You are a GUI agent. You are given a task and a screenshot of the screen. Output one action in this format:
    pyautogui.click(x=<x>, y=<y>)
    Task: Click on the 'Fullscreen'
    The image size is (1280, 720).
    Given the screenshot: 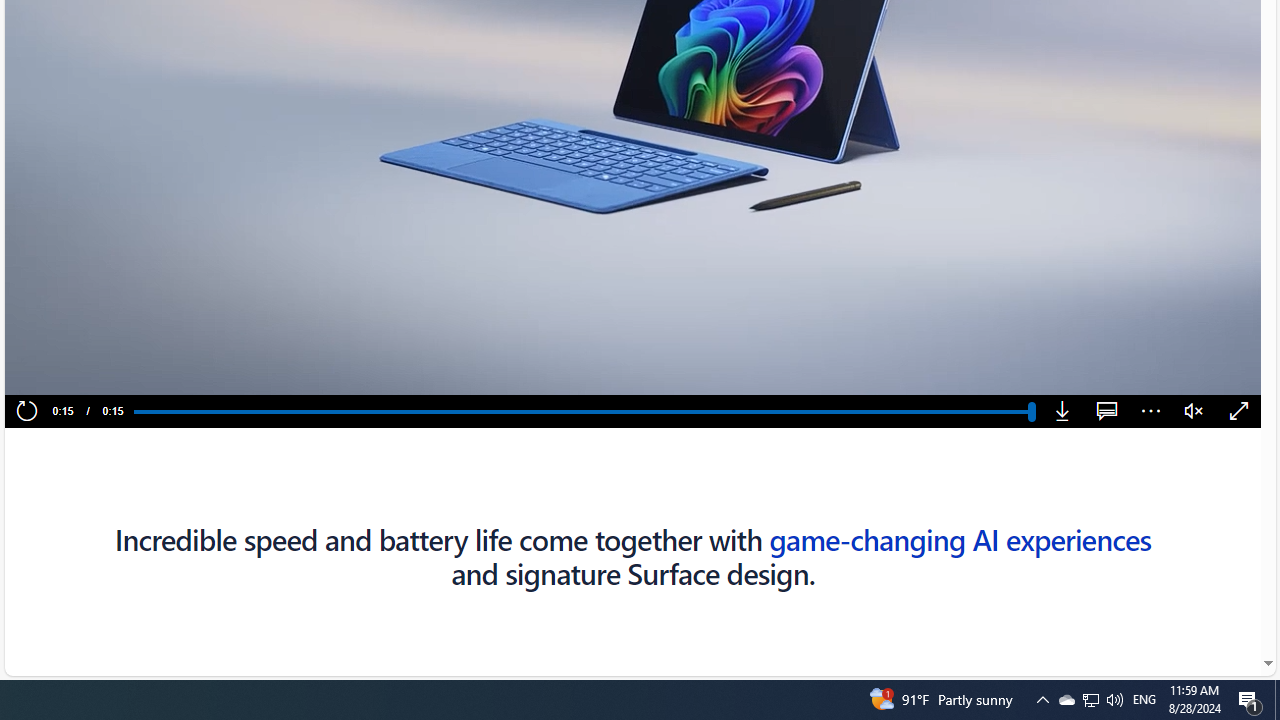 What is the action you would take?
    pyautogui.click(x=1238, y=411)
    